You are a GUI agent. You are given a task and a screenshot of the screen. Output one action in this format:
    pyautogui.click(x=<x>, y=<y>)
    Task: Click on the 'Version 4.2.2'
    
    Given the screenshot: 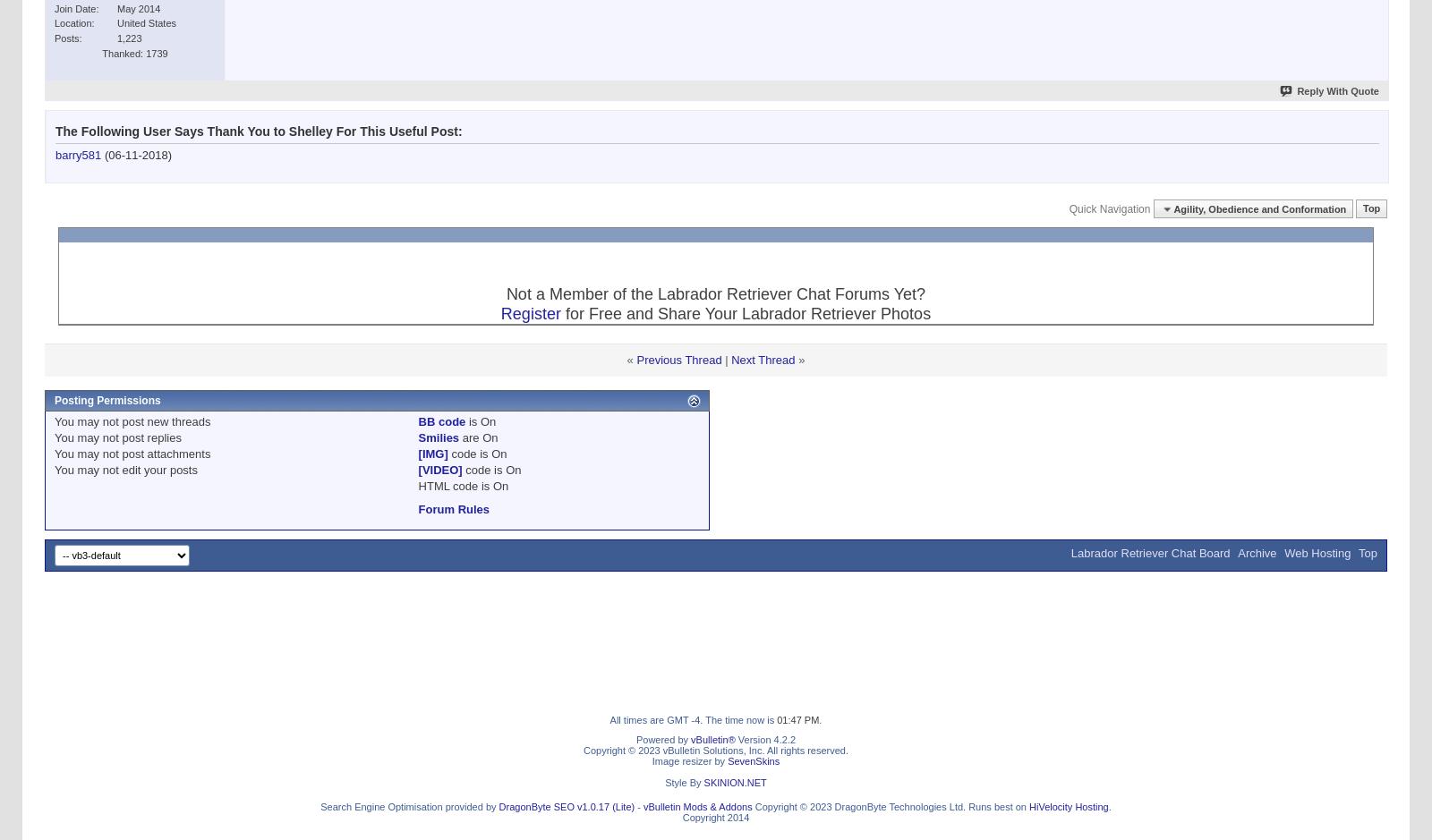 What is the action you would take?
    pyautogui.click(x=764, y=739)
    